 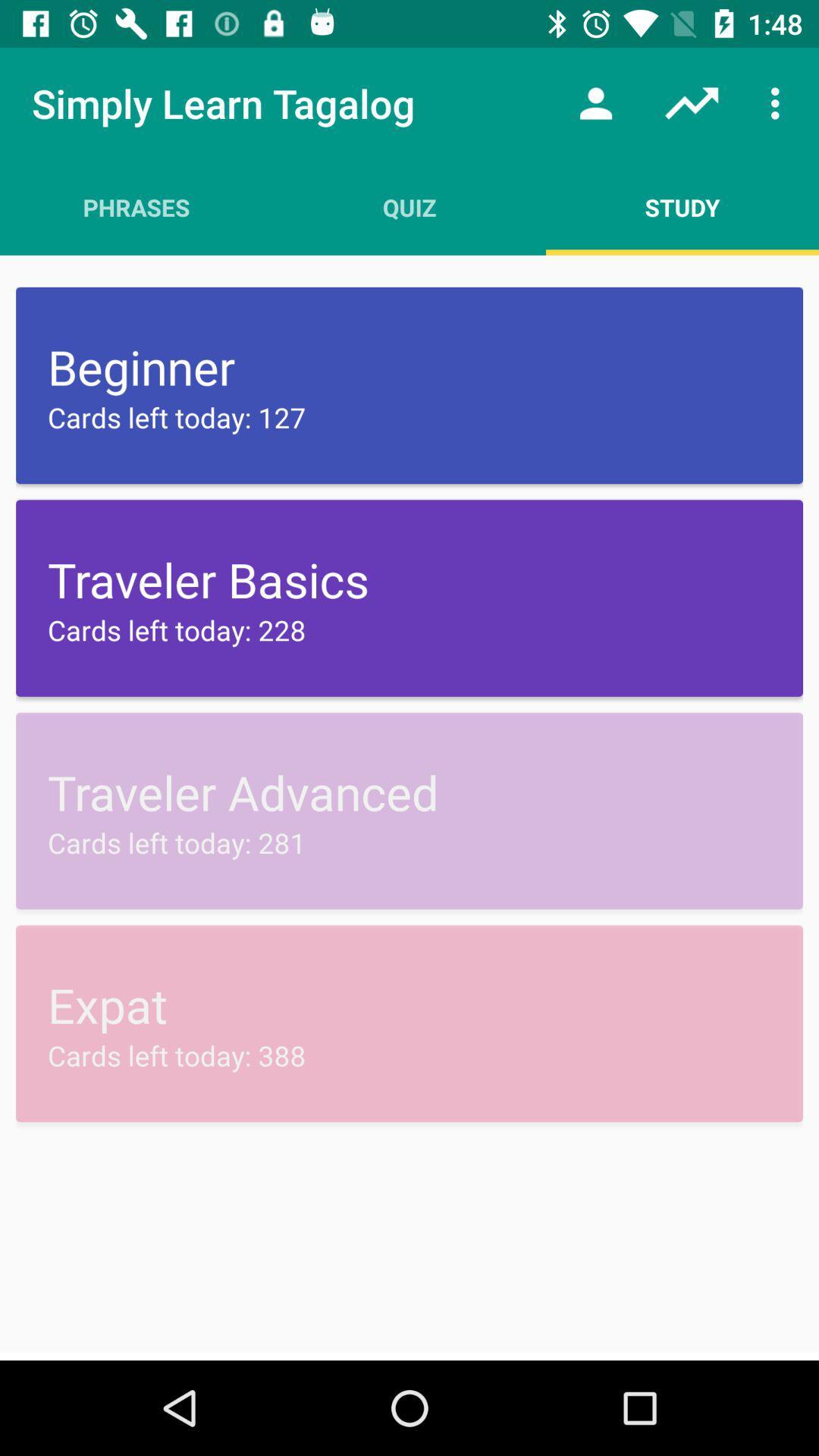 What do you see at coordinates (409, 810) in the screenshot?
I see `third box` at bounding box center [409, 810].